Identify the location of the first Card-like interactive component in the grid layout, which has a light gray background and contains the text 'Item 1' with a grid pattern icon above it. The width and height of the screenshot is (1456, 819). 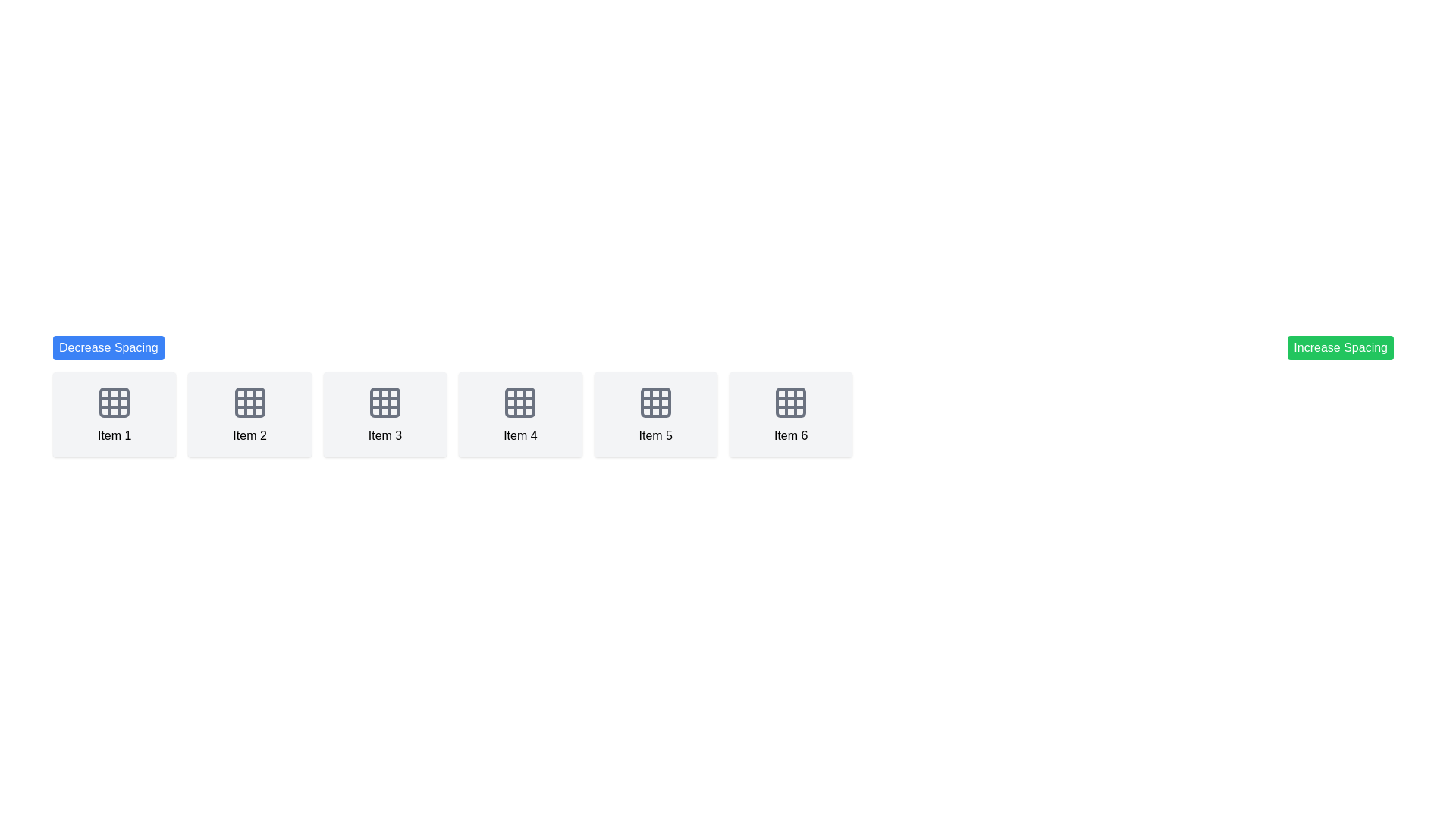
(114, 415).